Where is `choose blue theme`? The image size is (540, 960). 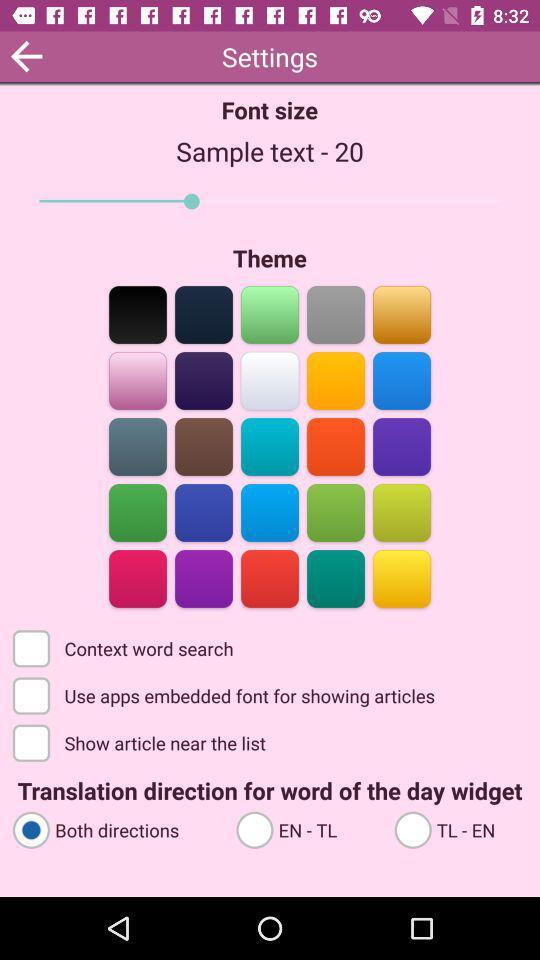
choose blue theme is located at coordinates (401, 378).